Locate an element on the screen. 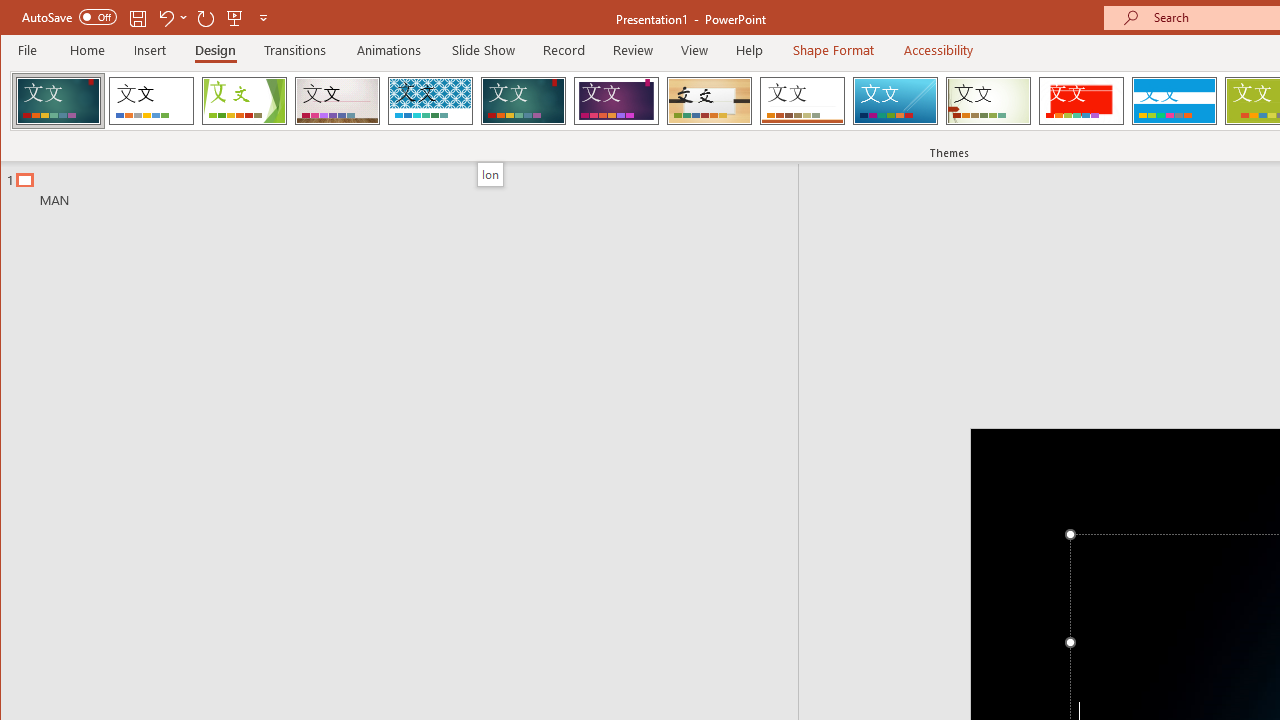  'Integral' is located at coordinates (429, 100).